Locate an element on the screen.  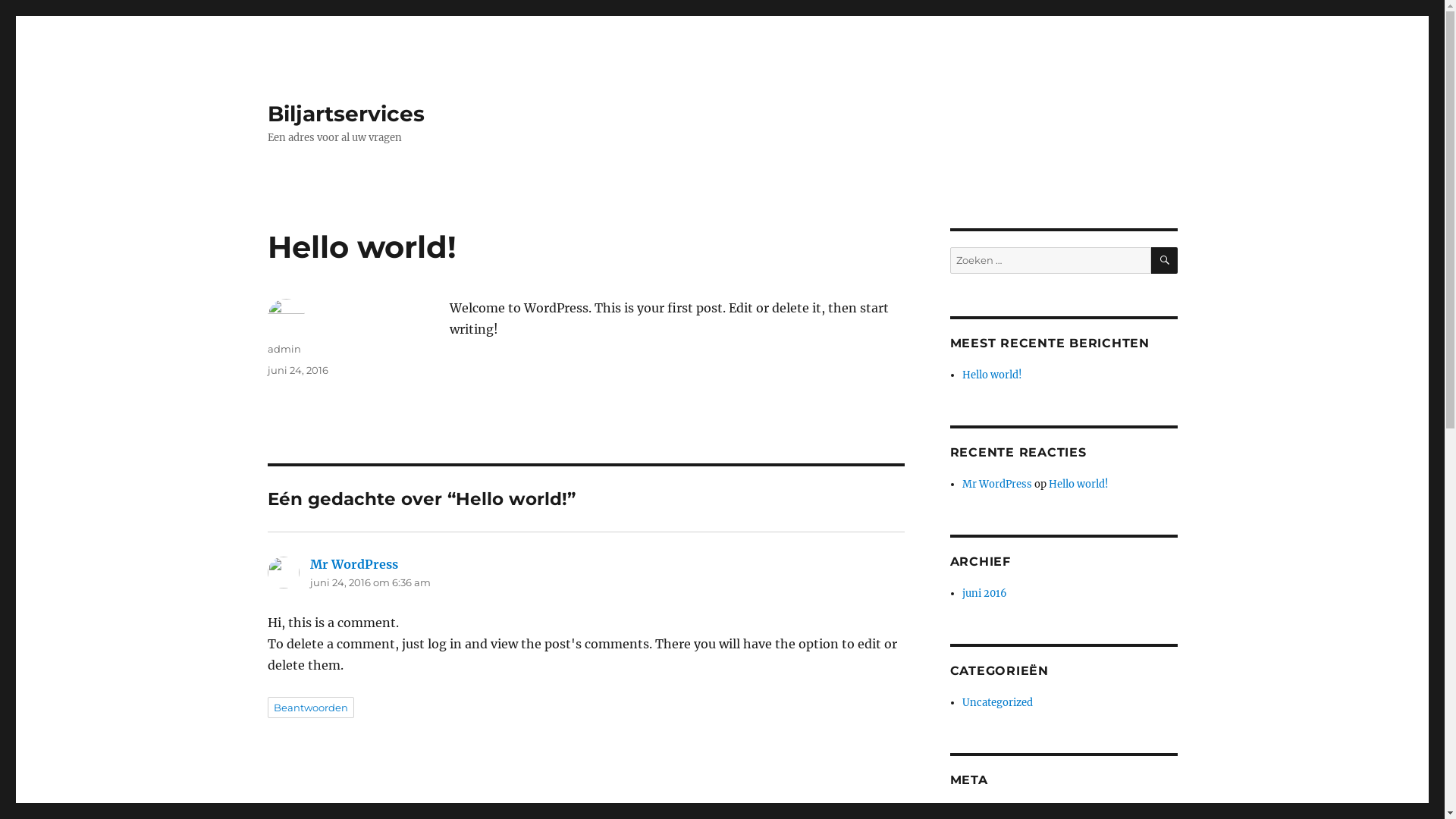
'Biljartservices' is located at coordinates (344, 113).